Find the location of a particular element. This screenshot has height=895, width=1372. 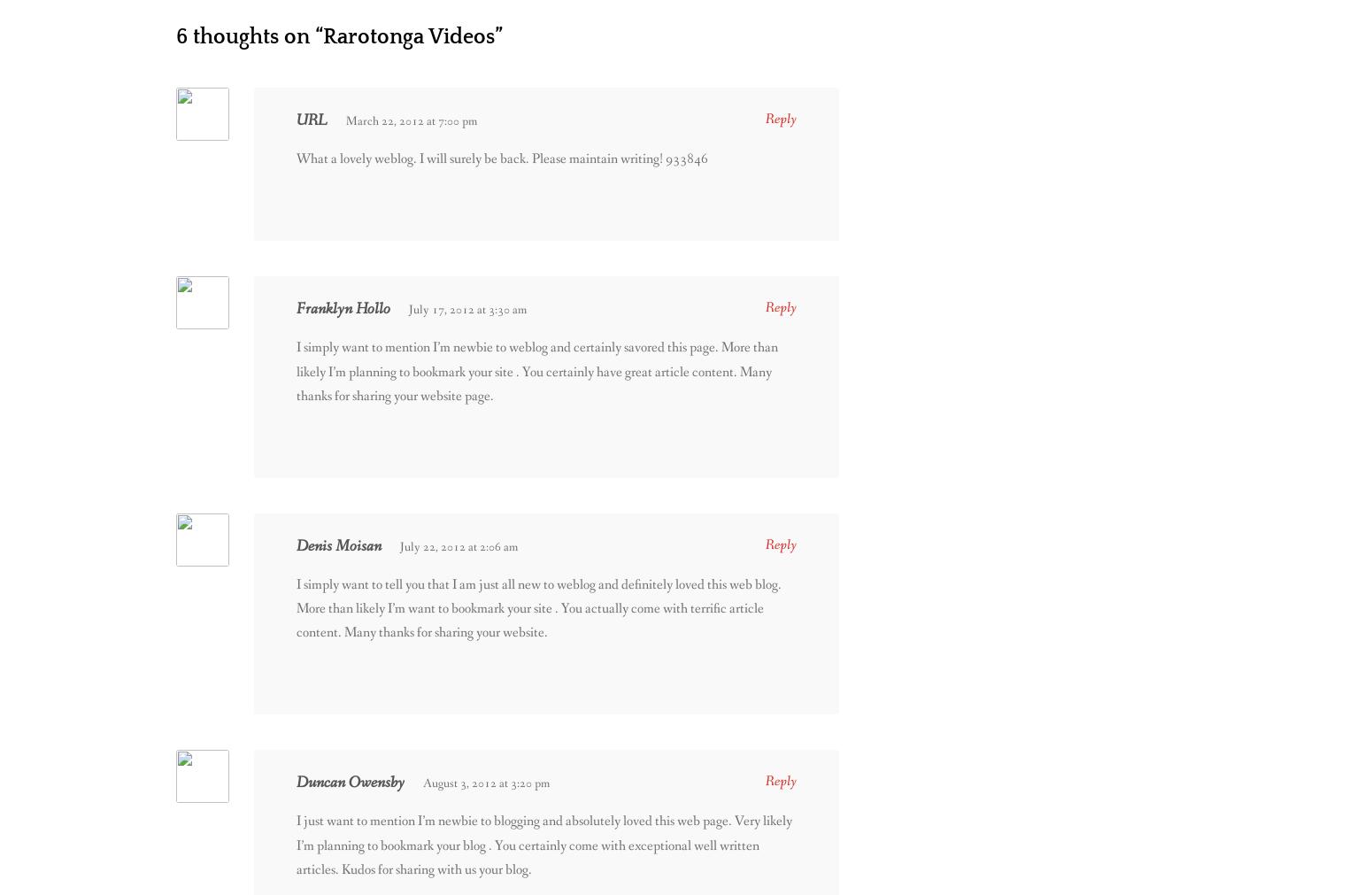

'I simply want to tell you that I am just all new to weblog and definitely loved this web blog. More than likely I’m want to bookmark your site . You actually come with terrific article content. Many thanks for sharing your website.' is located at coordinates (538, 606).